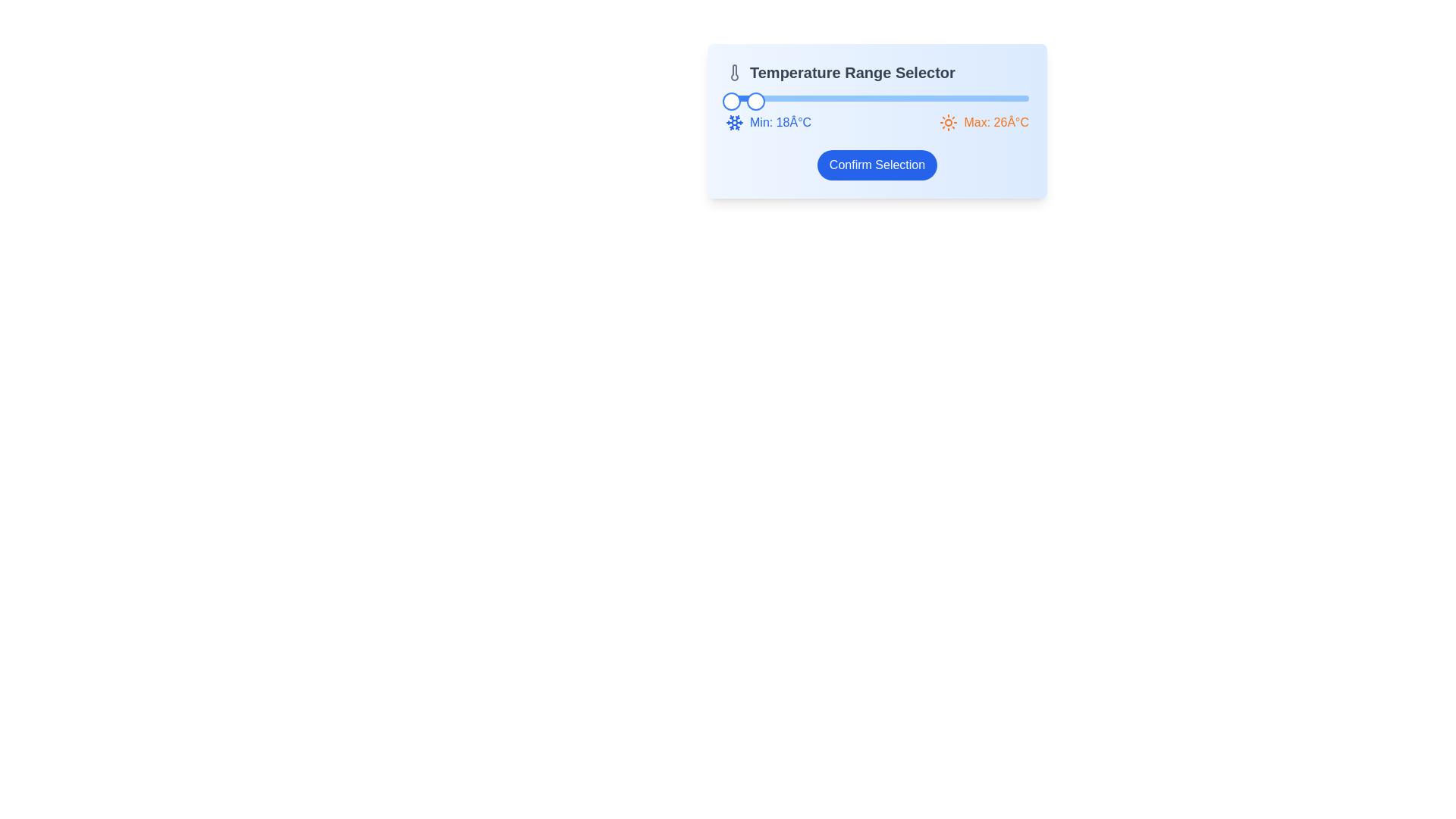 The height and width of the screenshot is (819, 1456). Describe the element at coordinates (768, 122) in the screenshot. I see `the label indicating the minimum temperature value, which is positioned next to the blue progress bar and aligned with 'Max: 26°C'` at that location.